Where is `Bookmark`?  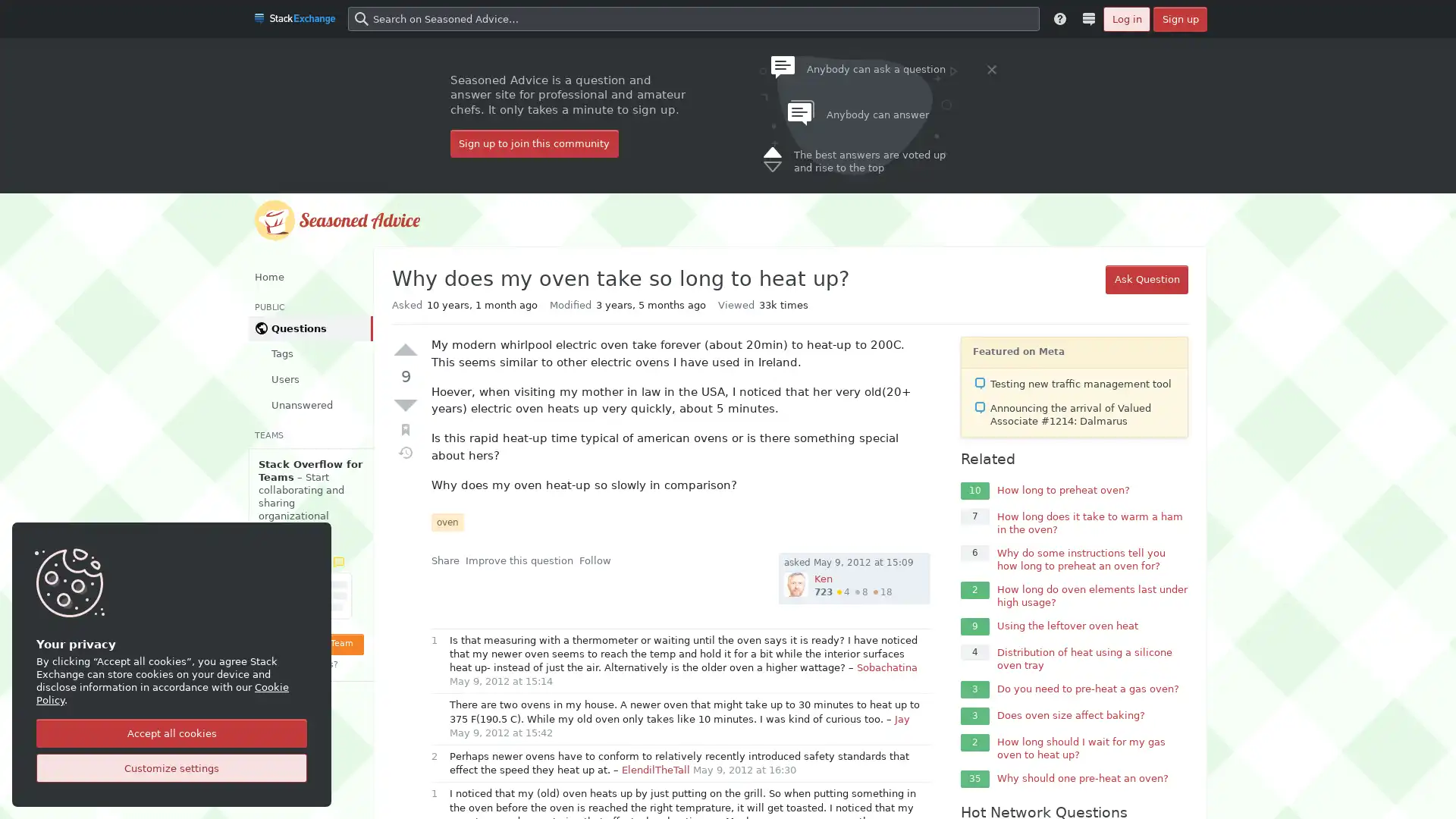
Bookmark is located at coordinates (405, 429).